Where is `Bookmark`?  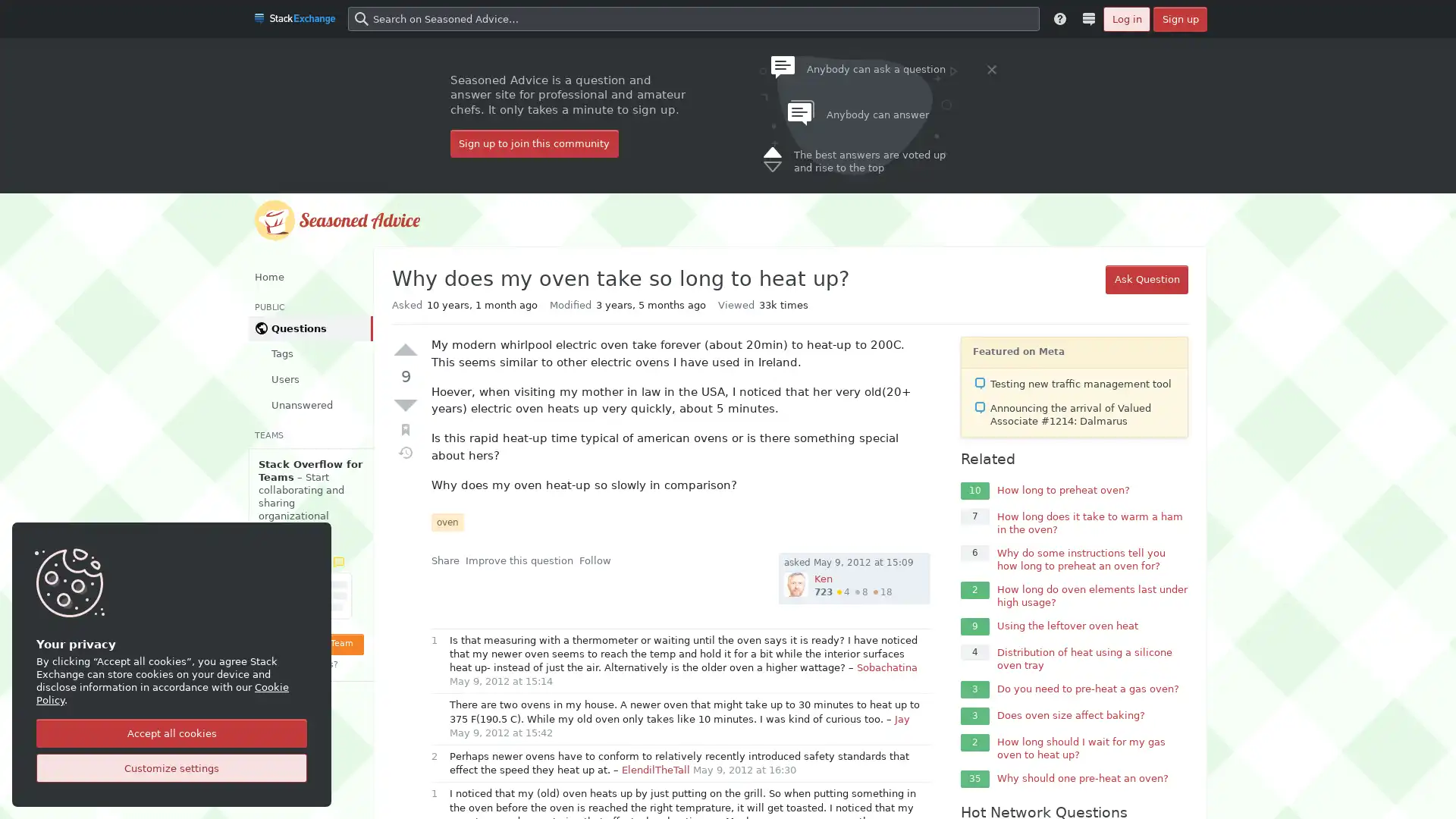
Bookmark is located at coordinates (405, 429).